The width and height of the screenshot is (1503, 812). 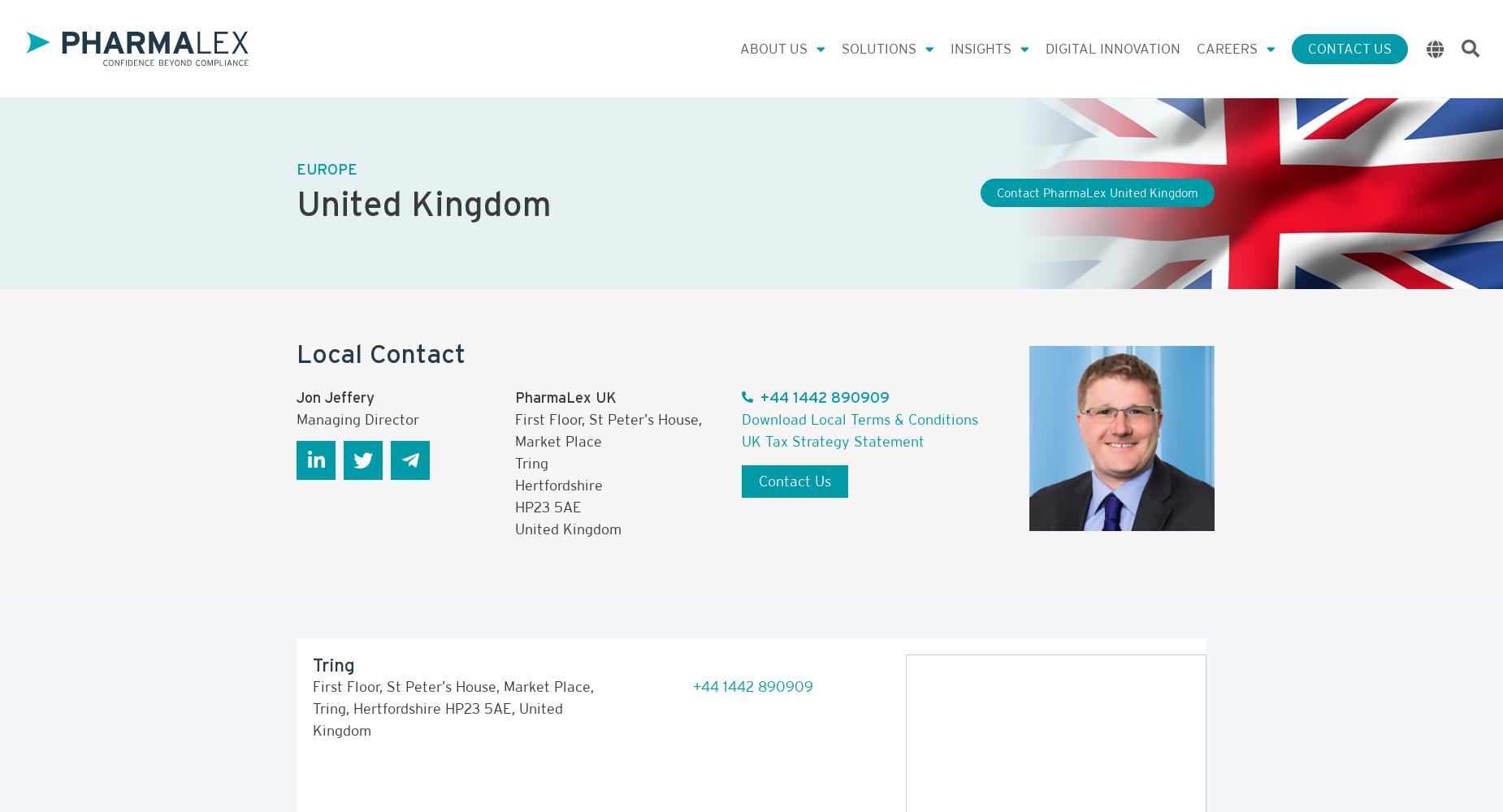 What do you see at coordinates (1097, 192) in the screenshot?
I see `'Contact PharmaLex United Kingdom'` at bounding box center [1097, 192].